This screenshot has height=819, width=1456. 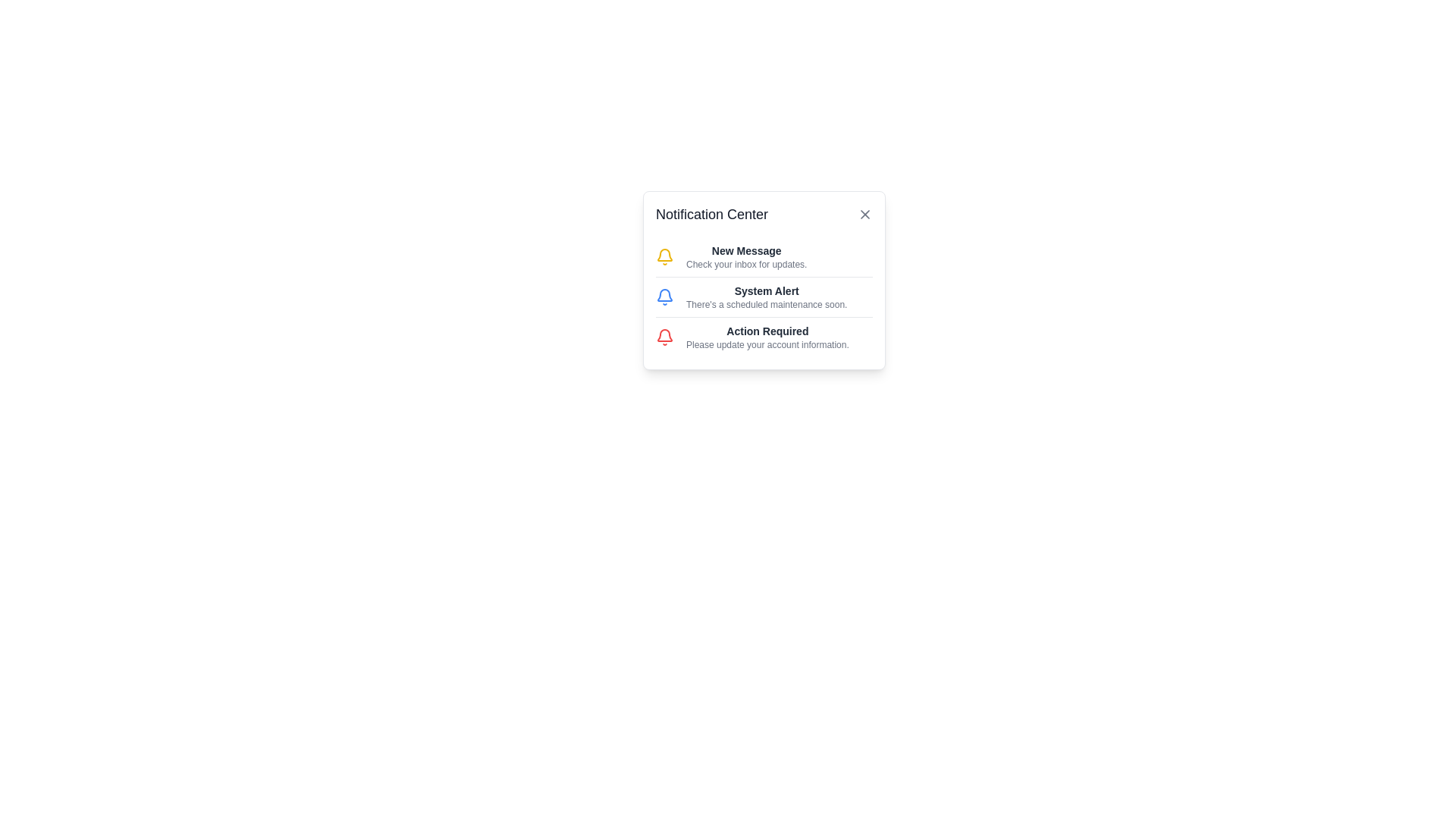 I want to click on the title text of the header in the notification panel, so click(x=764, y=214).